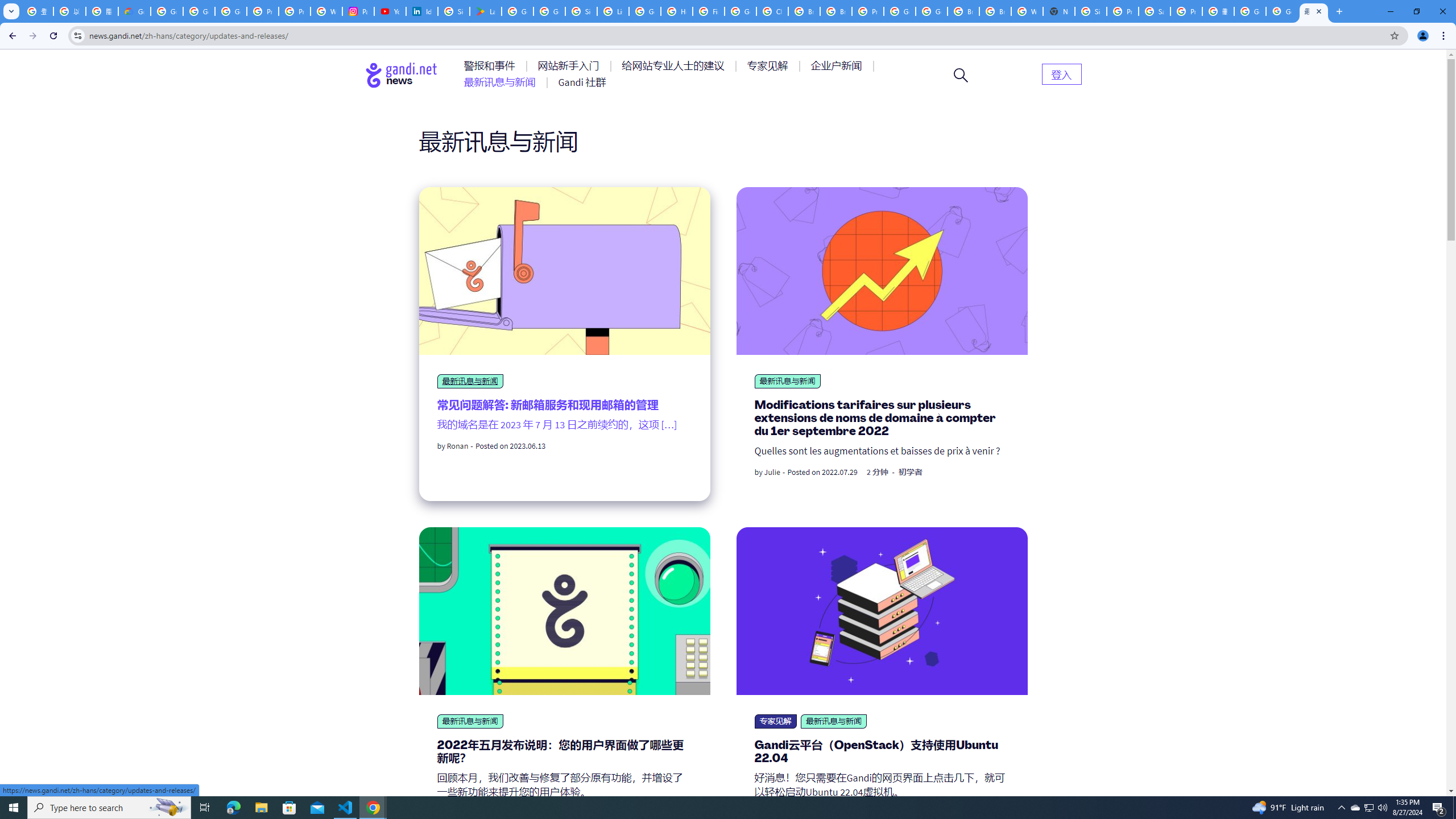  Describe the element at coordinates (930, 11) in the screenshot. I see `'Google Cloud Platform'` at that location.